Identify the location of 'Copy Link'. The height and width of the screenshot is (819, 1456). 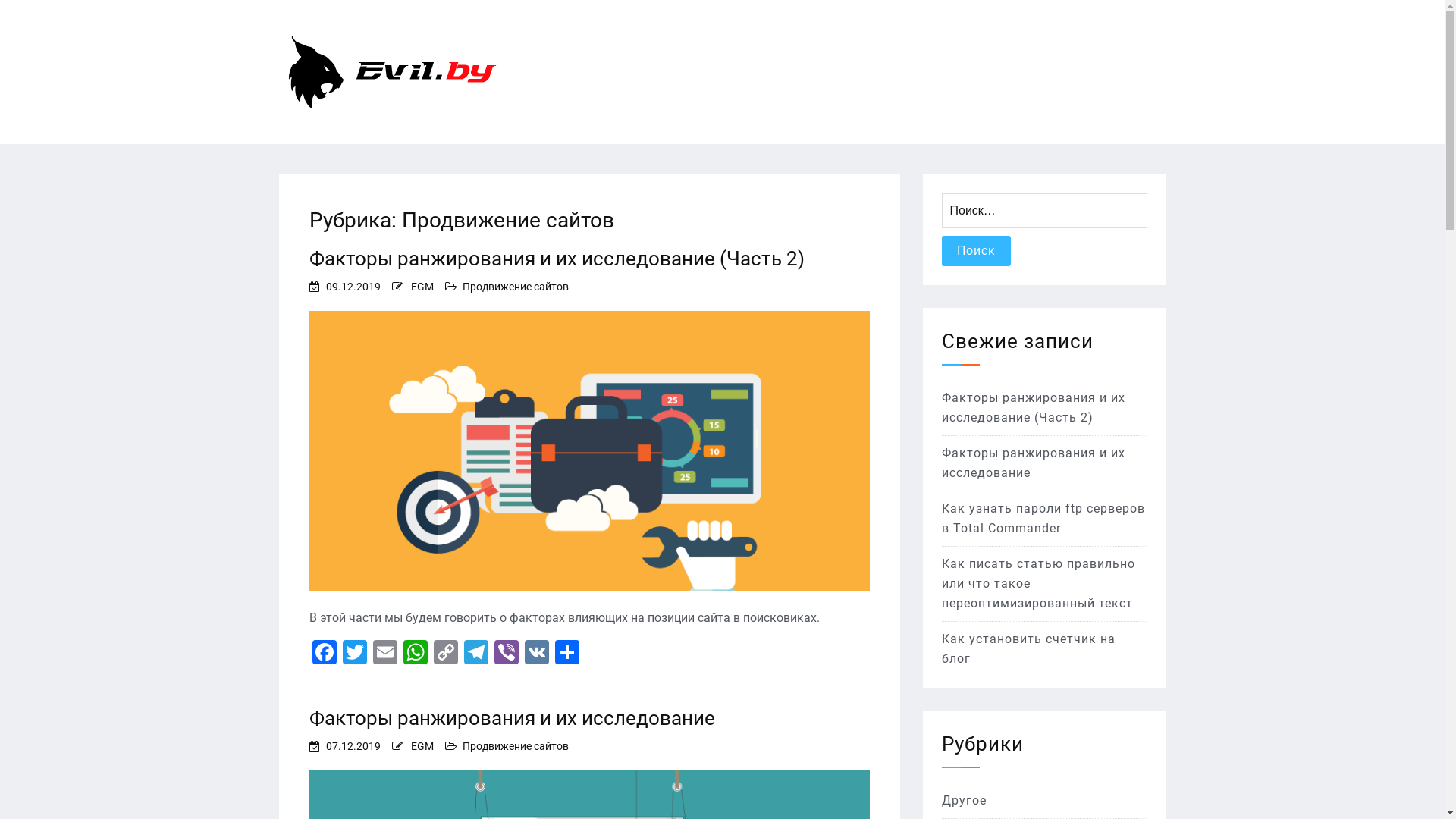
(445, 653).